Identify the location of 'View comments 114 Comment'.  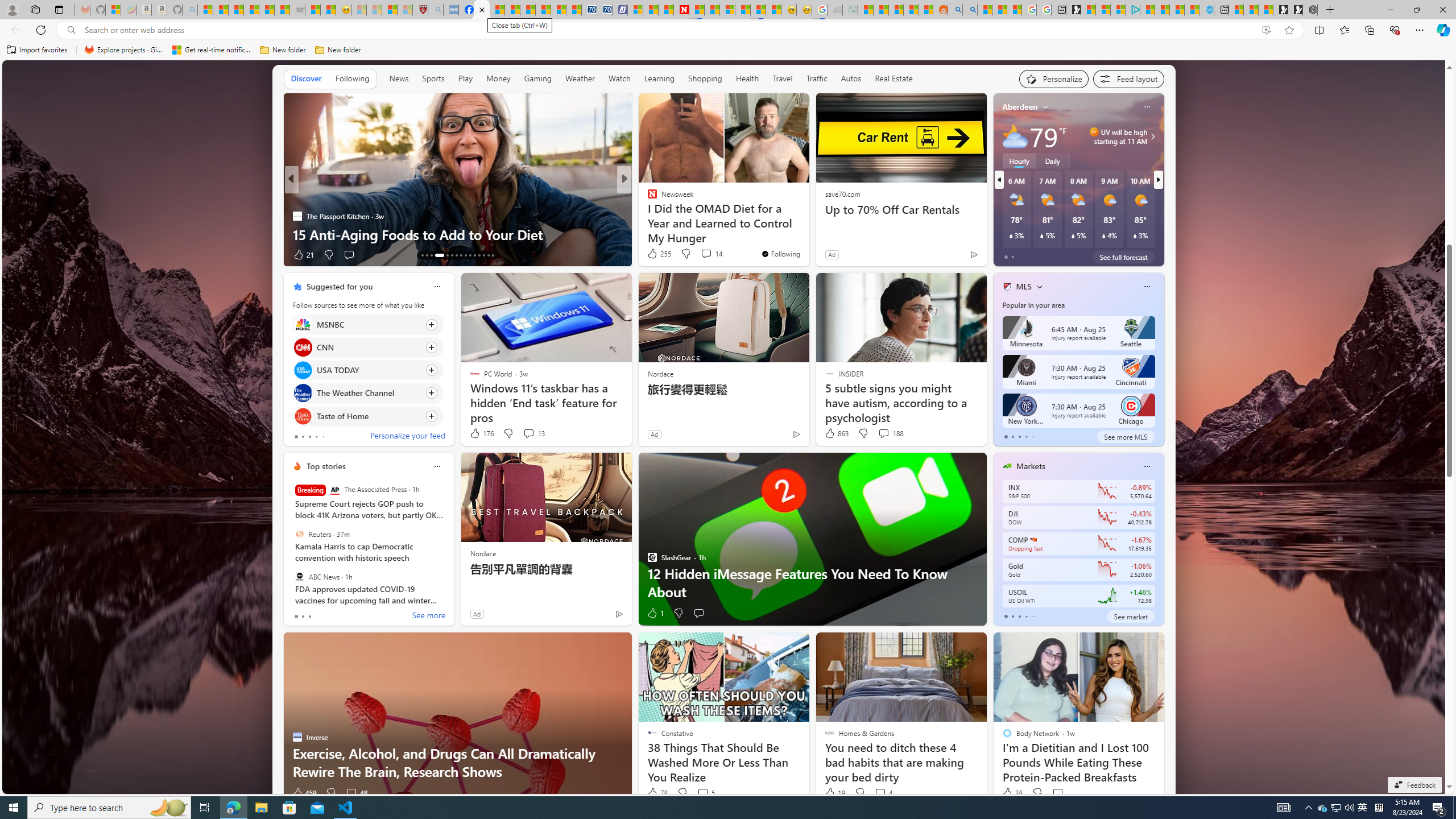
(709, 254).